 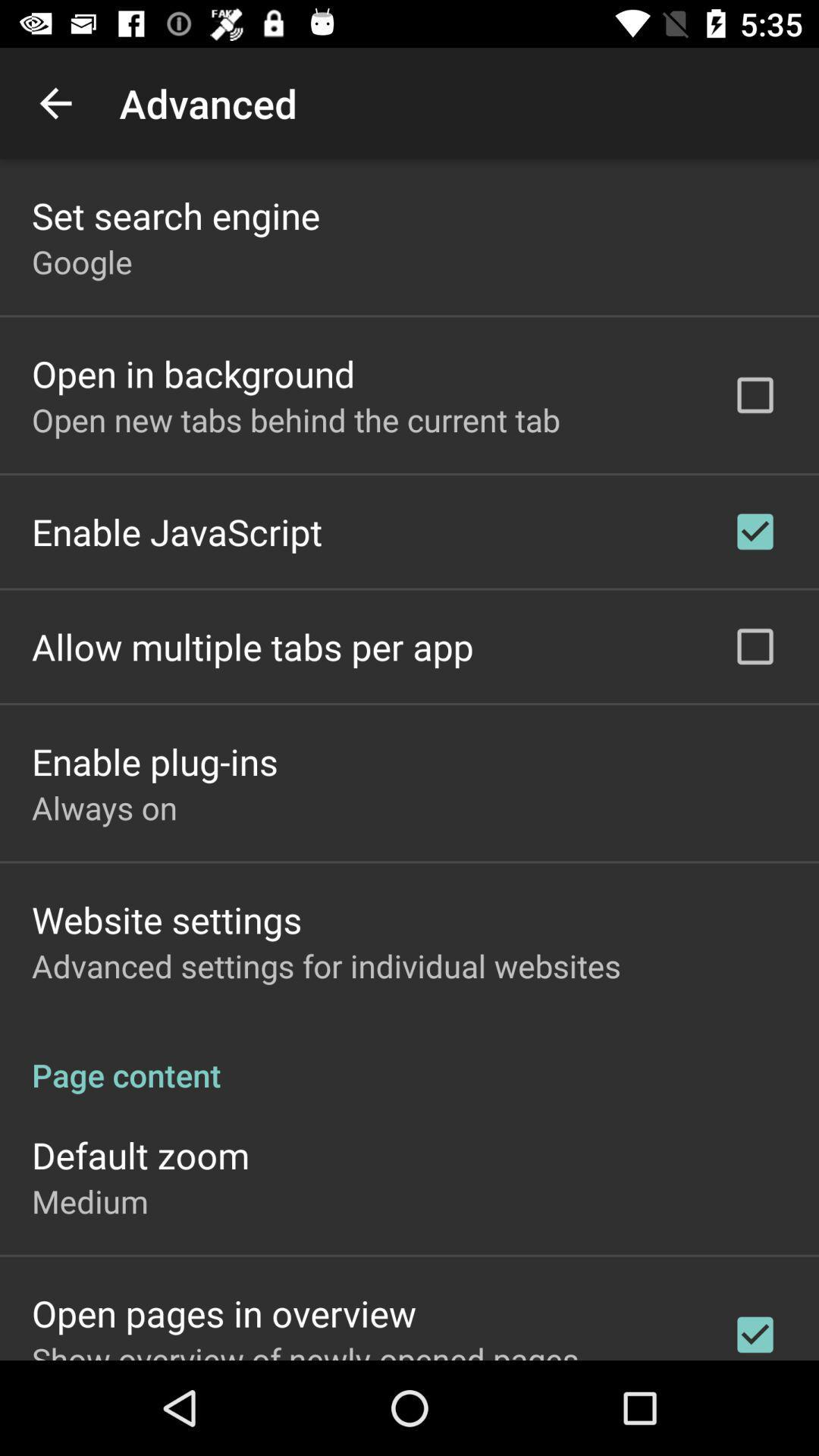 What do you see at coordinates (409, 1058) in the screenshot?
I see `icon below the advanced settings for app` at bounding box center [409, 1058].